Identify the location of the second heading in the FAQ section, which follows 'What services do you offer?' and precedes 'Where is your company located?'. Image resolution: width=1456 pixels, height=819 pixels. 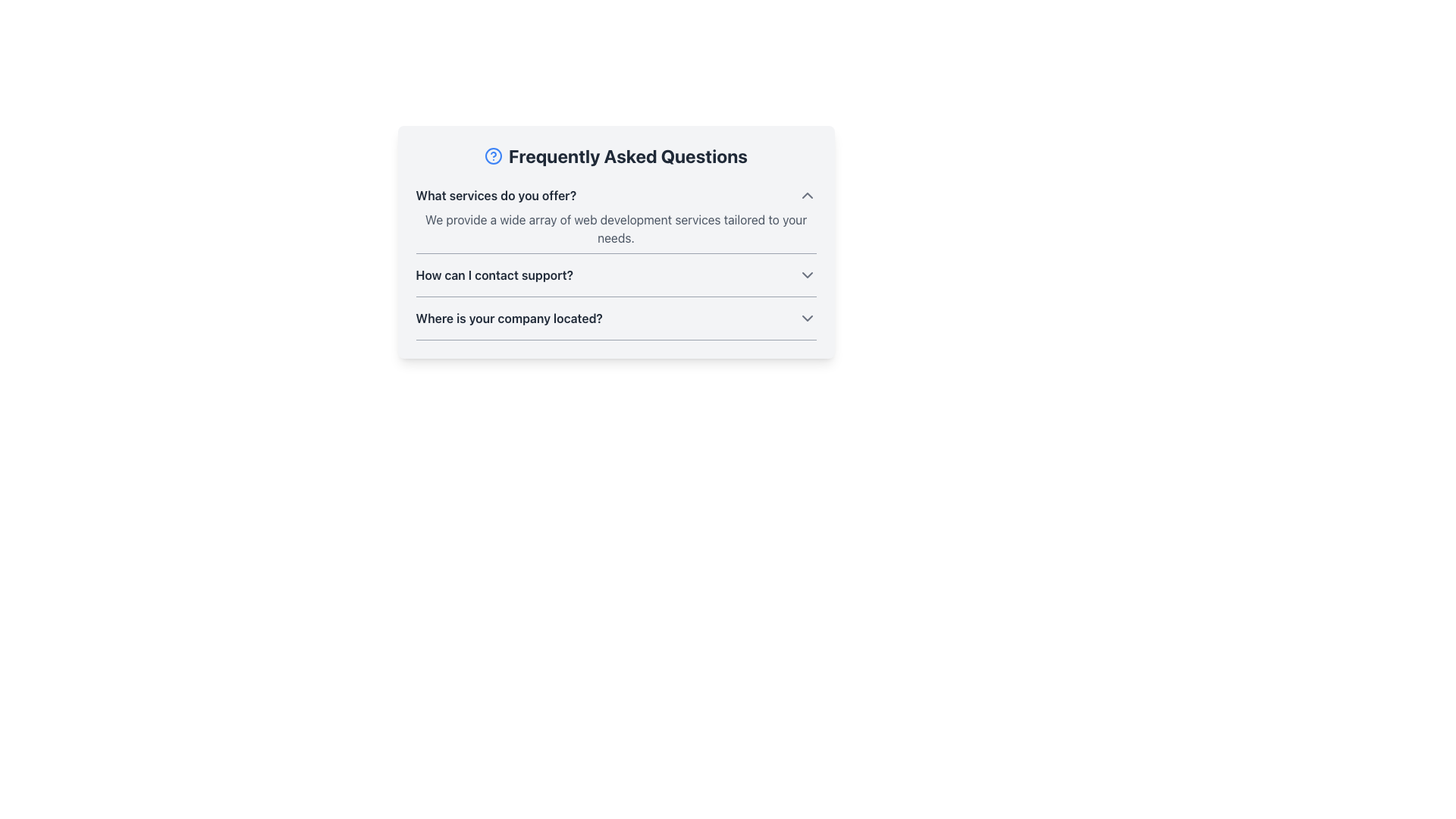
(494, 275).